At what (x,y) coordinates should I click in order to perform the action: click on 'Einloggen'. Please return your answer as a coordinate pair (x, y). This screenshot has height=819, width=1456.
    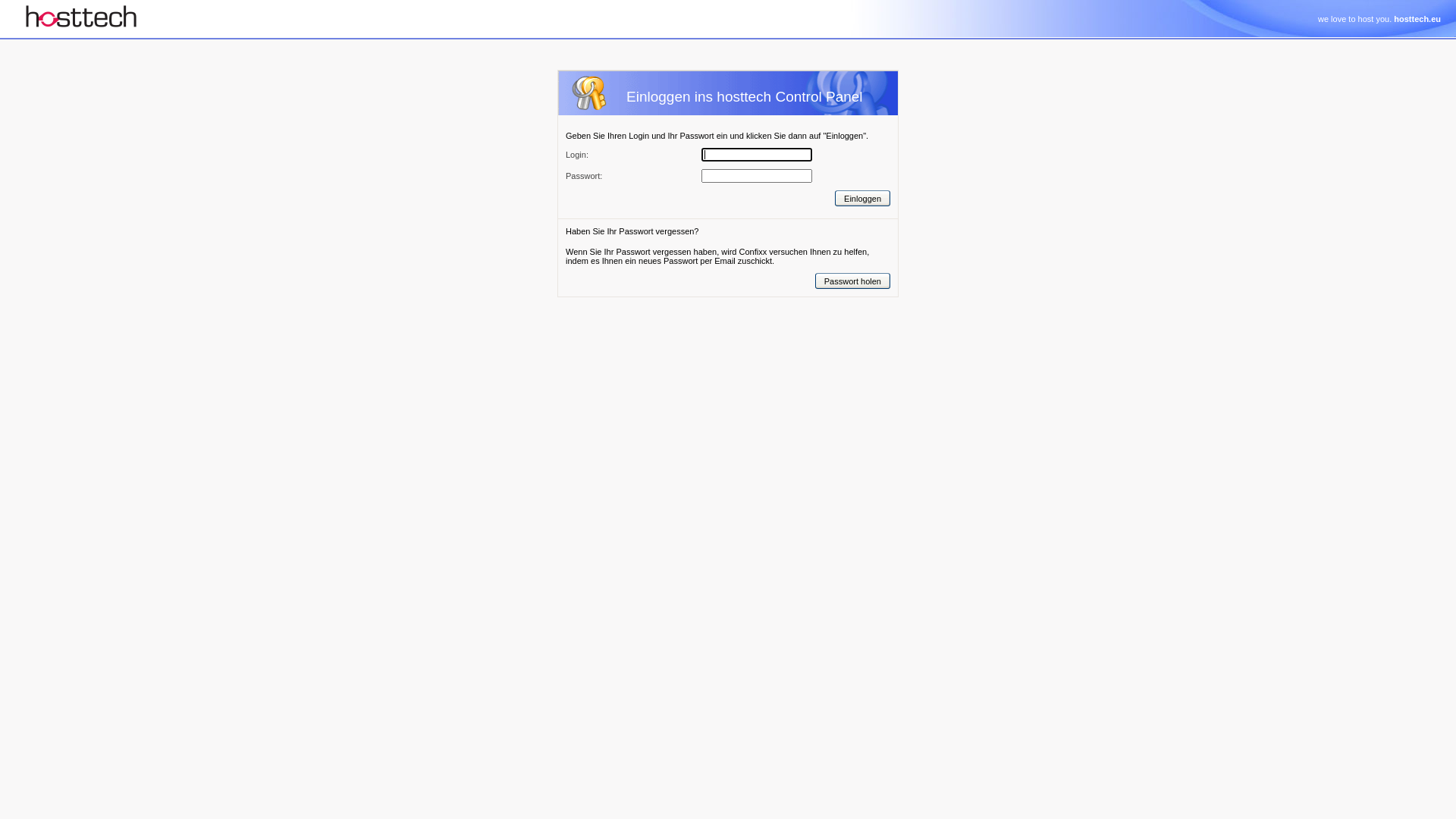
    Looking at the image, I should click on (862, 198).